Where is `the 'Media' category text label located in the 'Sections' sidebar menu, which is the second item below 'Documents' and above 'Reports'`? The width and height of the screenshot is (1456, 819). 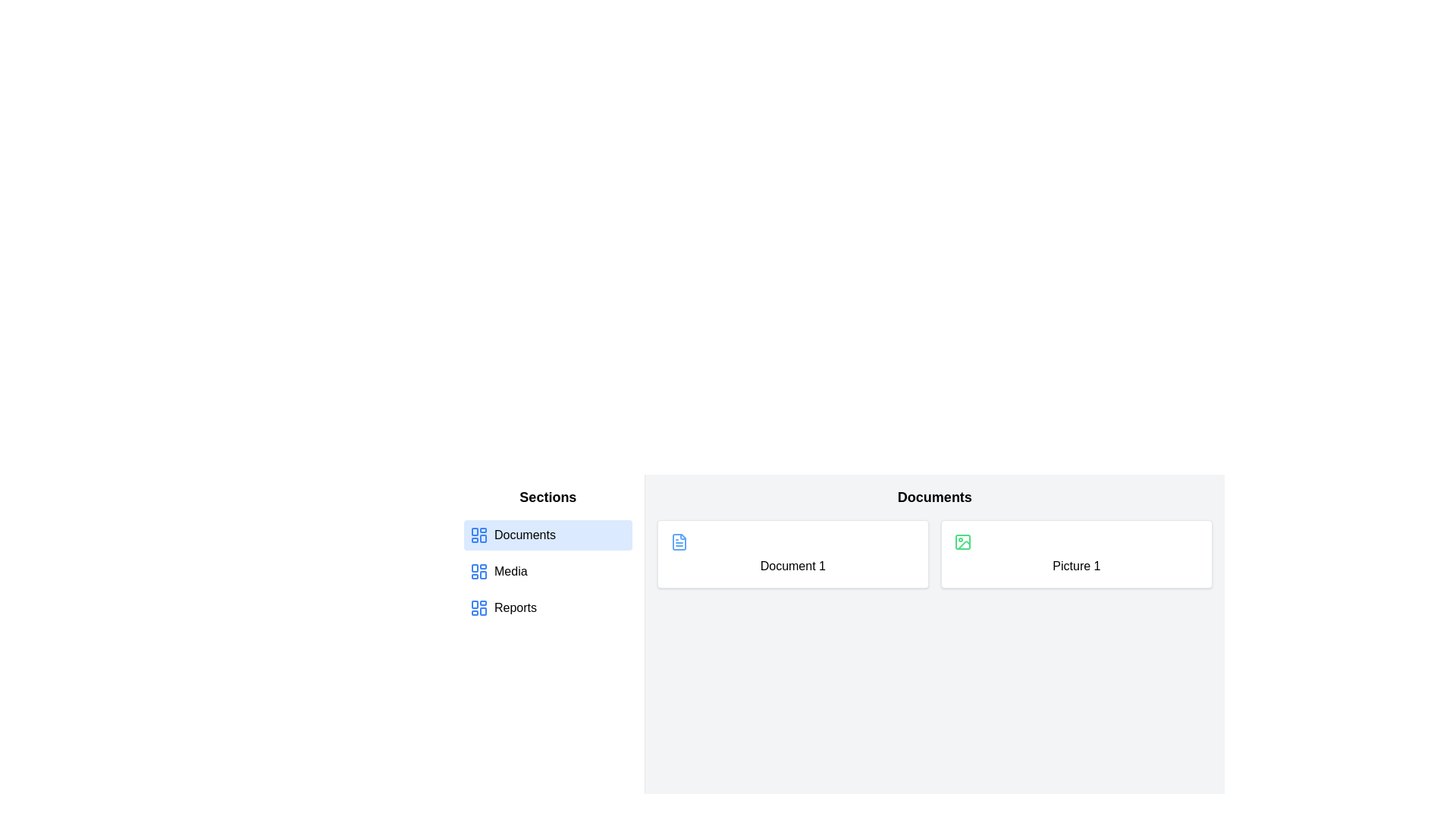 the 'Media' category text label located in the 'Sections' sidebar menu, which is the second item below 'Documents' and above 'Reports' is located at coordinates (510, 571).